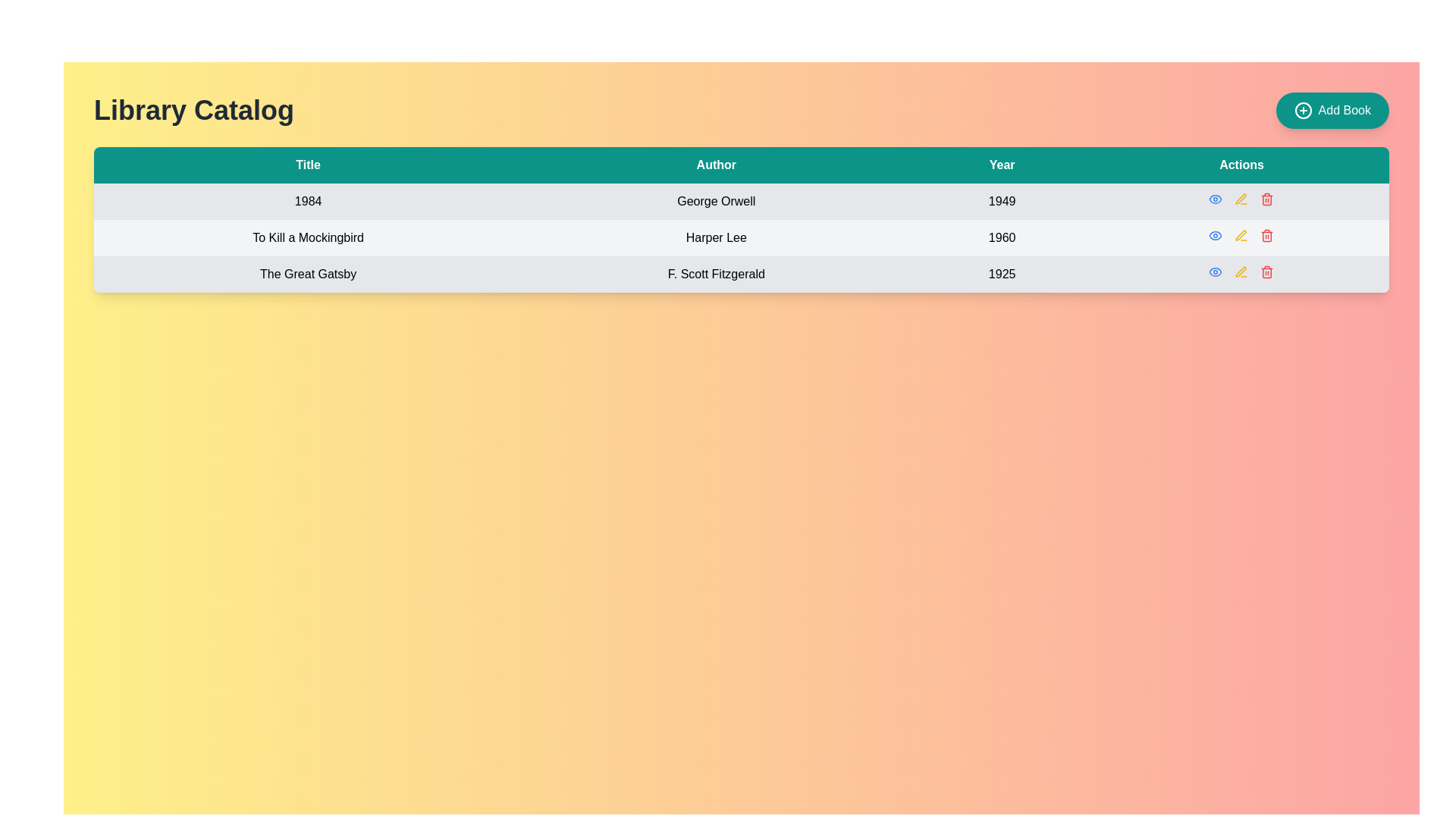  What do you see at coordinates (1241, 271) in the screenshot?
I see `the 'Edit' button represented by the pen icon, which is the second icon in the 'Actions' column of the third row in the table, to initiate edit mode` at bounding box center [1241, 271].